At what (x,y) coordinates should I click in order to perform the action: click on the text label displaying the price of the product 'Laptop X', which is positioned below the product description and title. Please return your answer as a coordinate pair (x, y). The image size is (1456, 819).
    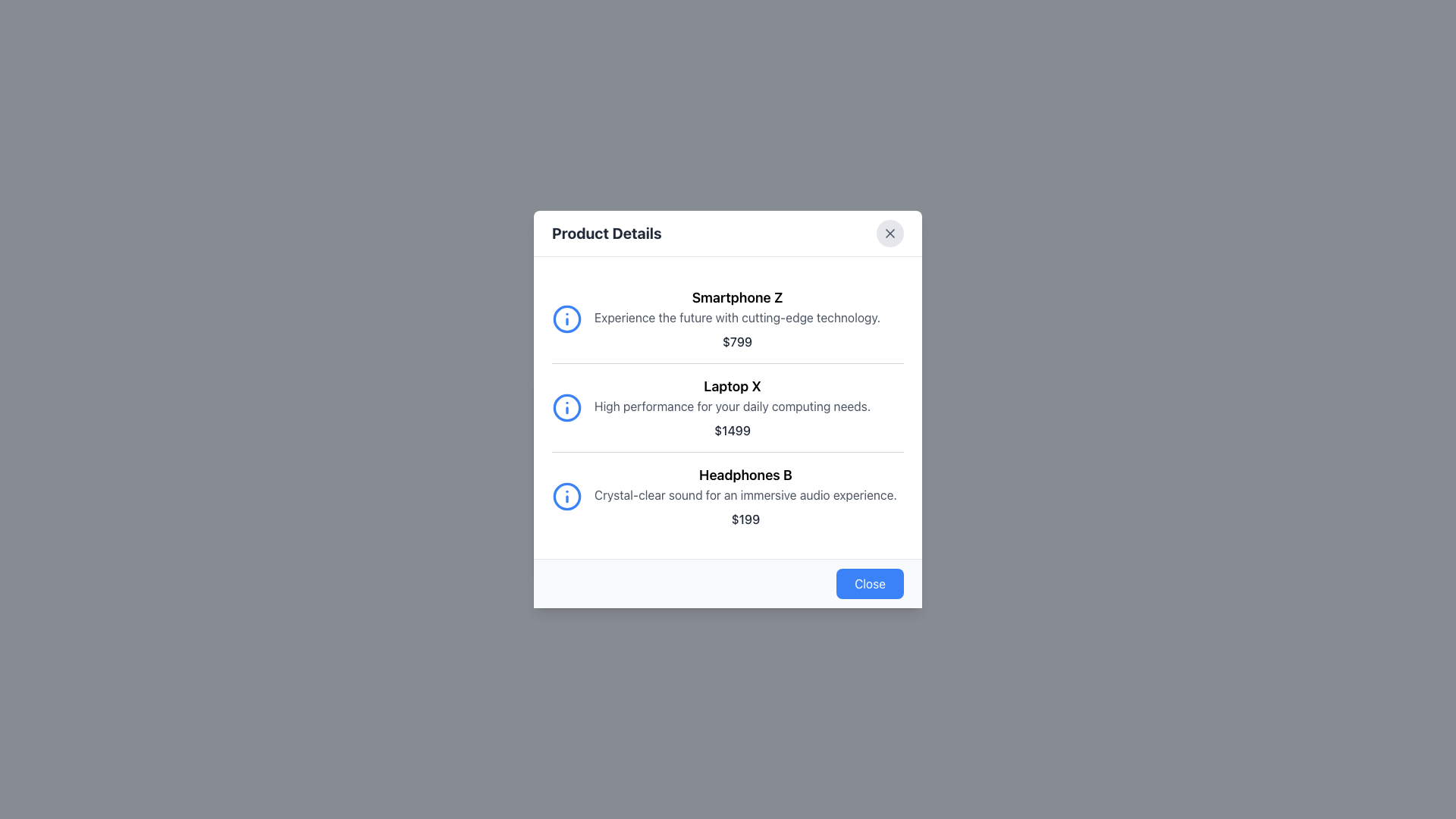
    Looking at the image, I should click on (733, 430).